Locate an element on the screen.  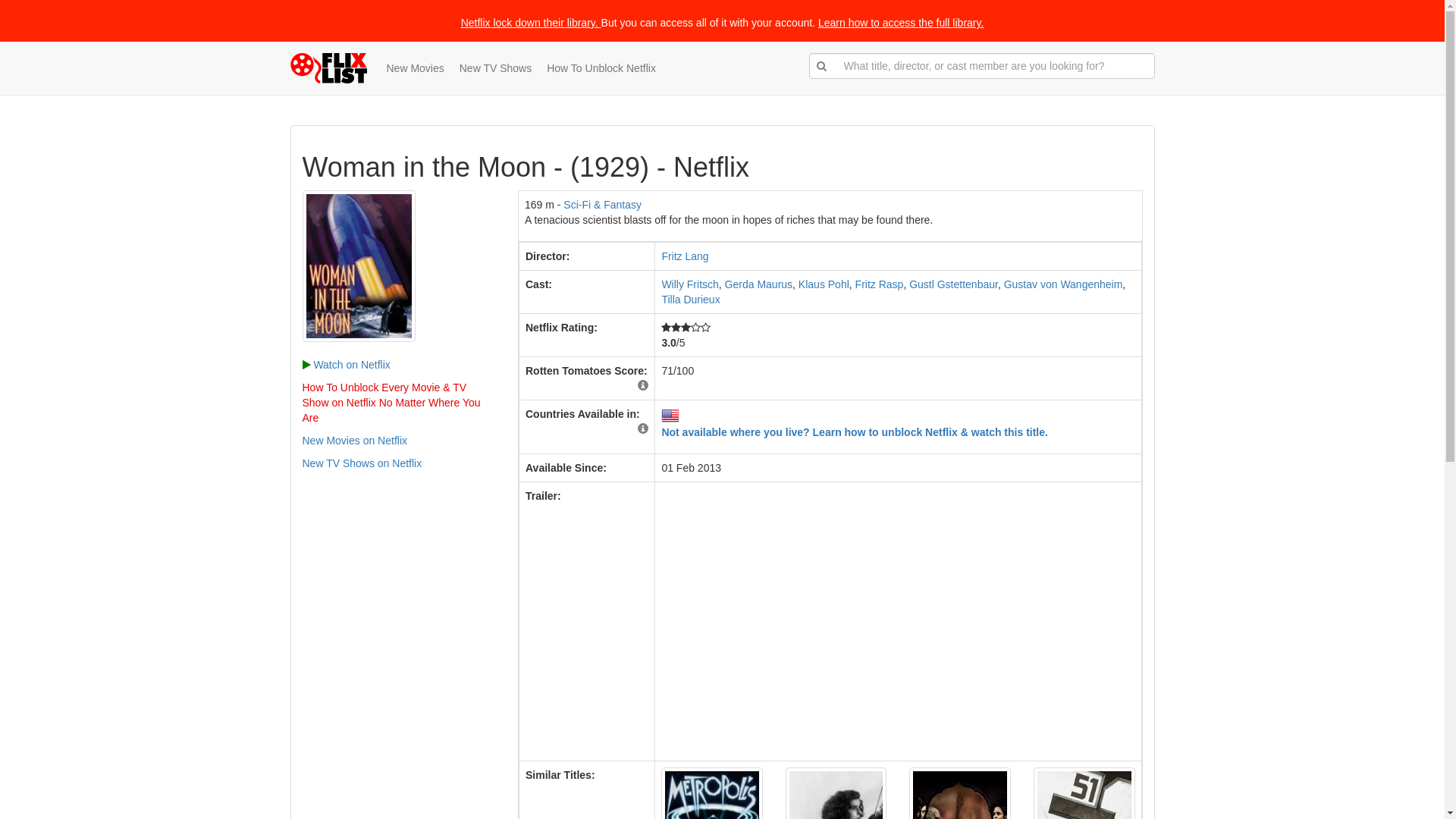
'Sci-Fi & Fantasy' is located at coordinates (601, 205).